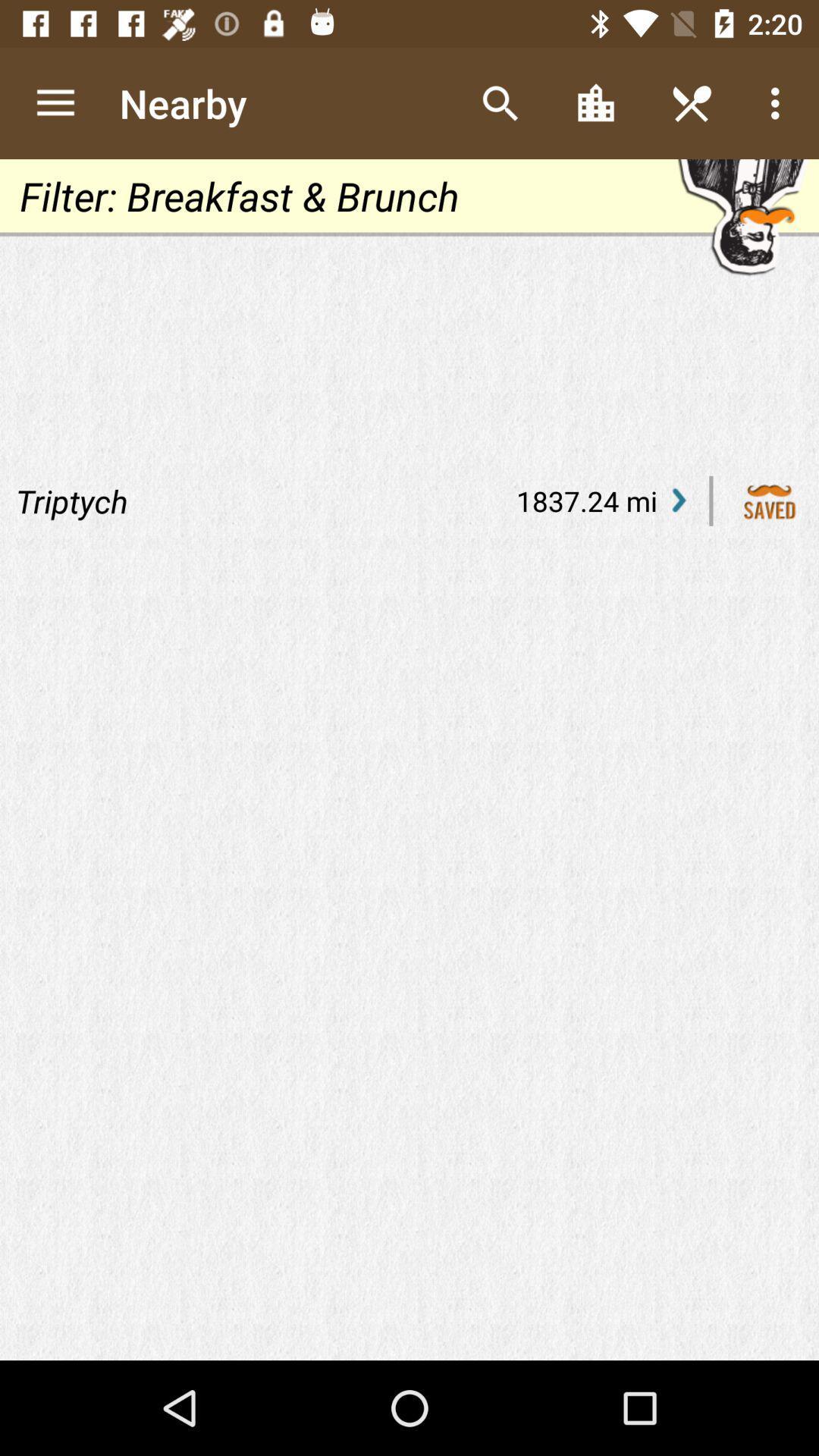  I want to click on the icon adjacent to more icon at top, so click(691, 103).